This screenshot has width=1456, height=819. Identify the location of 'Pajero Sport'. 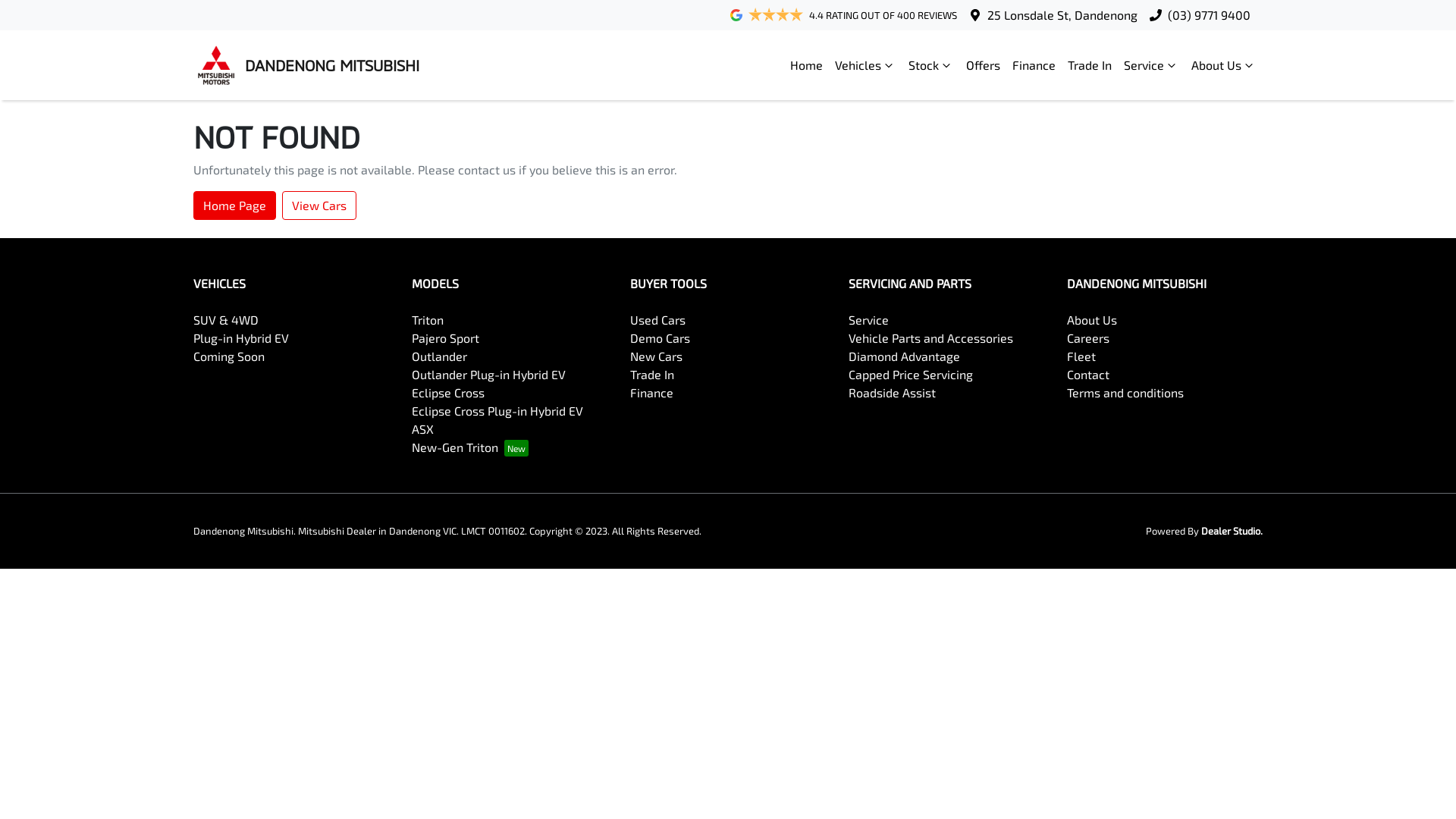
(444, 337).